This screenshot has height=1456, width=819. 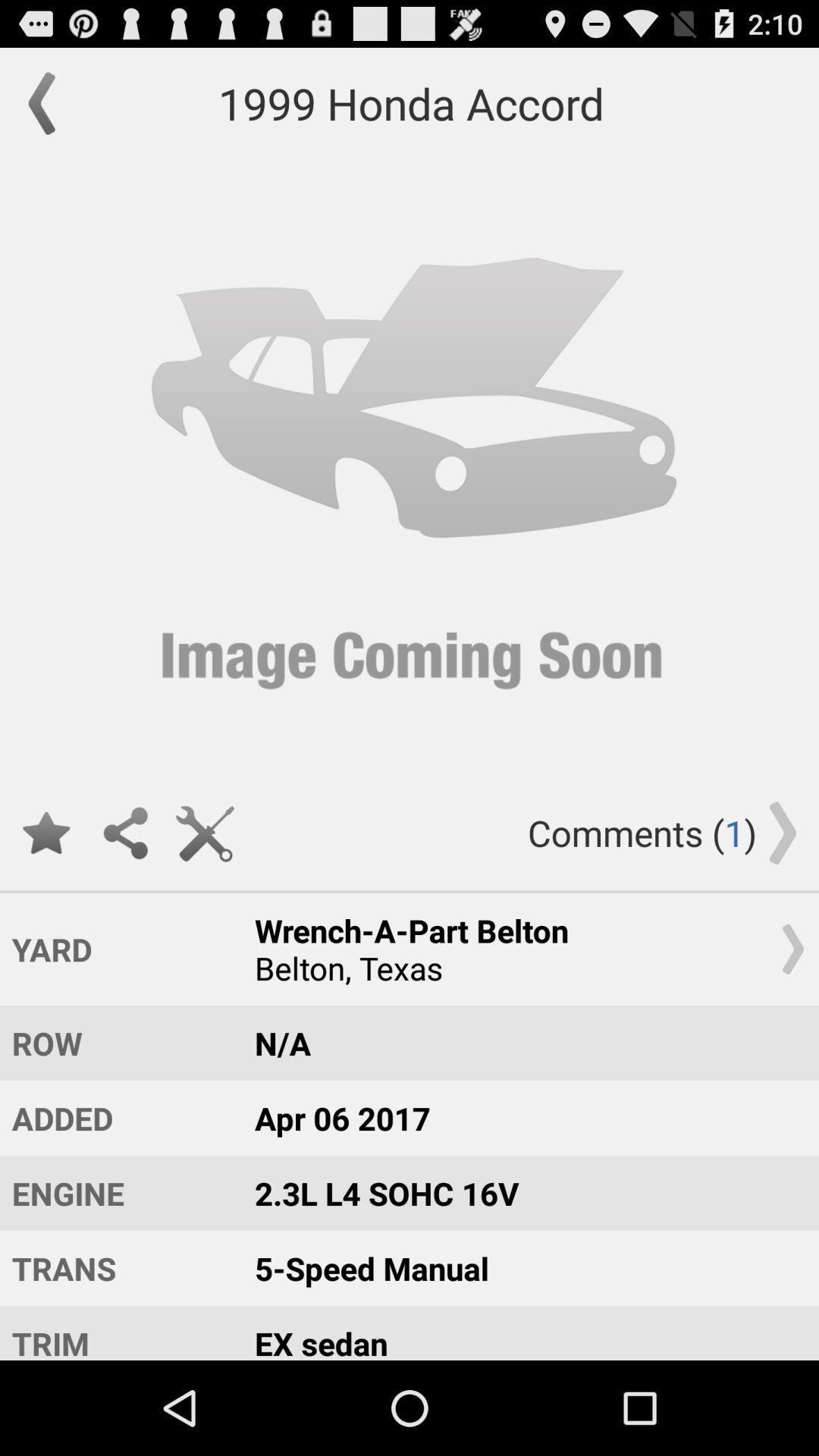 What do you see at coordinates (49, 102) in the screenshot?
I see `previous` at bounding box center [49, 102].